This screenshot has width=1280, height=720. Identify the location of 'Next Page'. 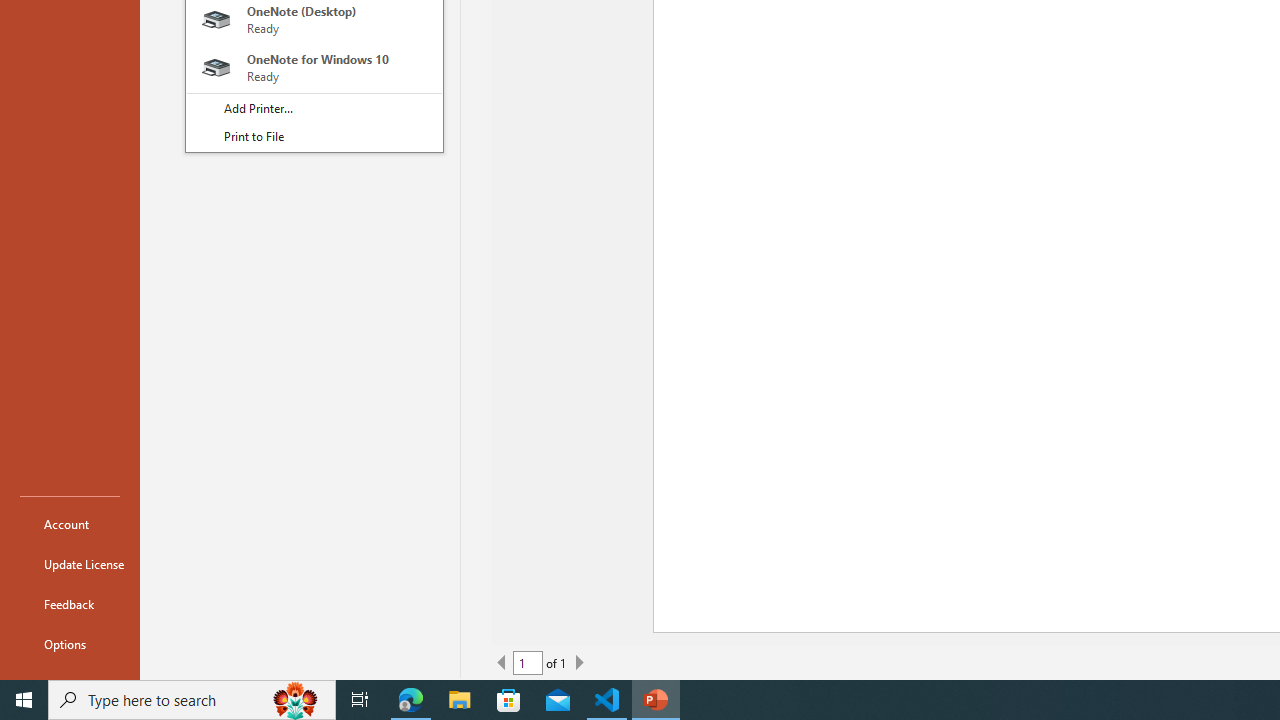
(578, 663).